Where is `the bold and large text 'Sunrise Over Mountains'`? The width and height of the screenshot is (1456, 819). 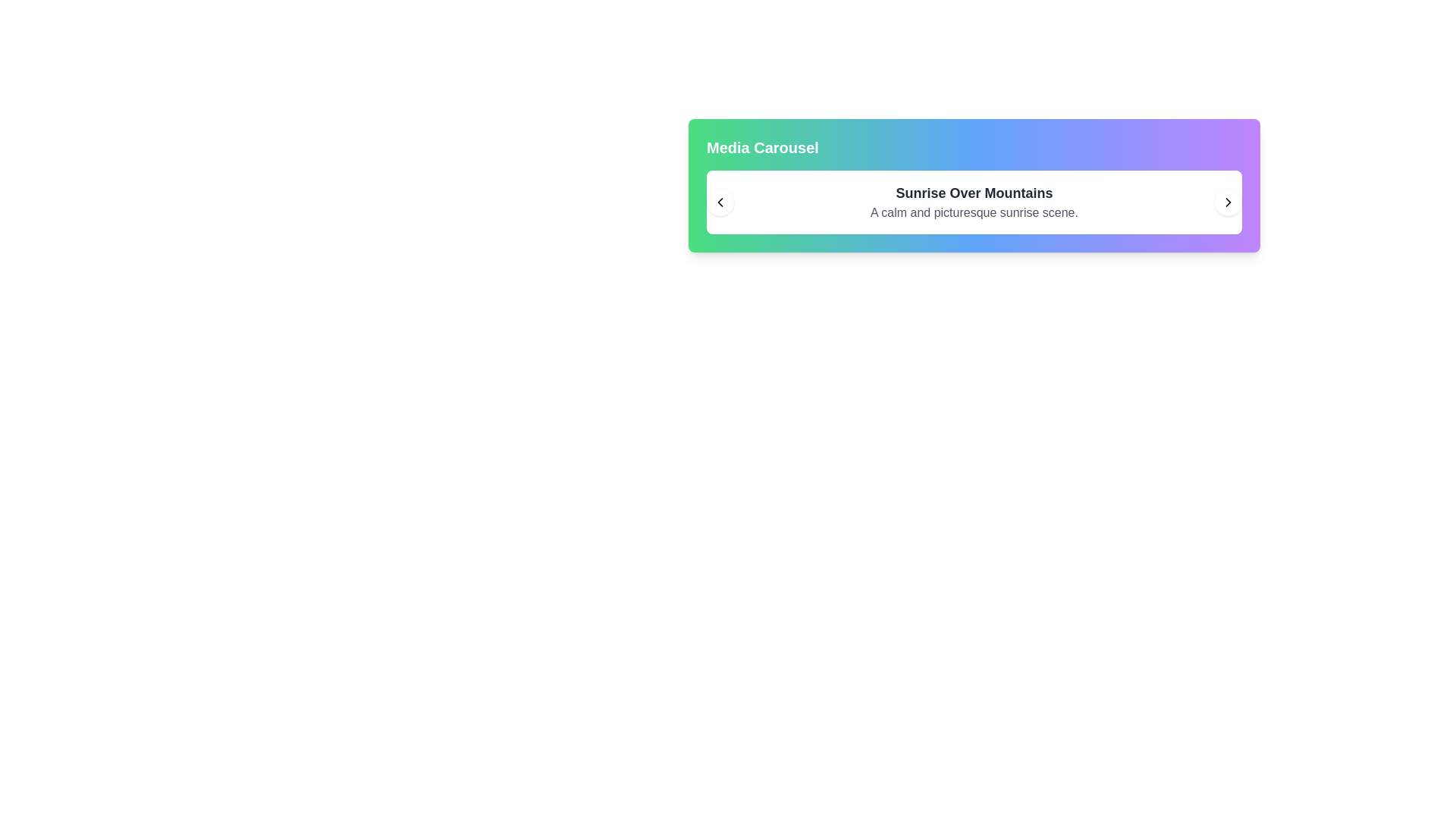
the bold and large text 'Sunrise Over Mountains' is located at coordinates (974, 192).